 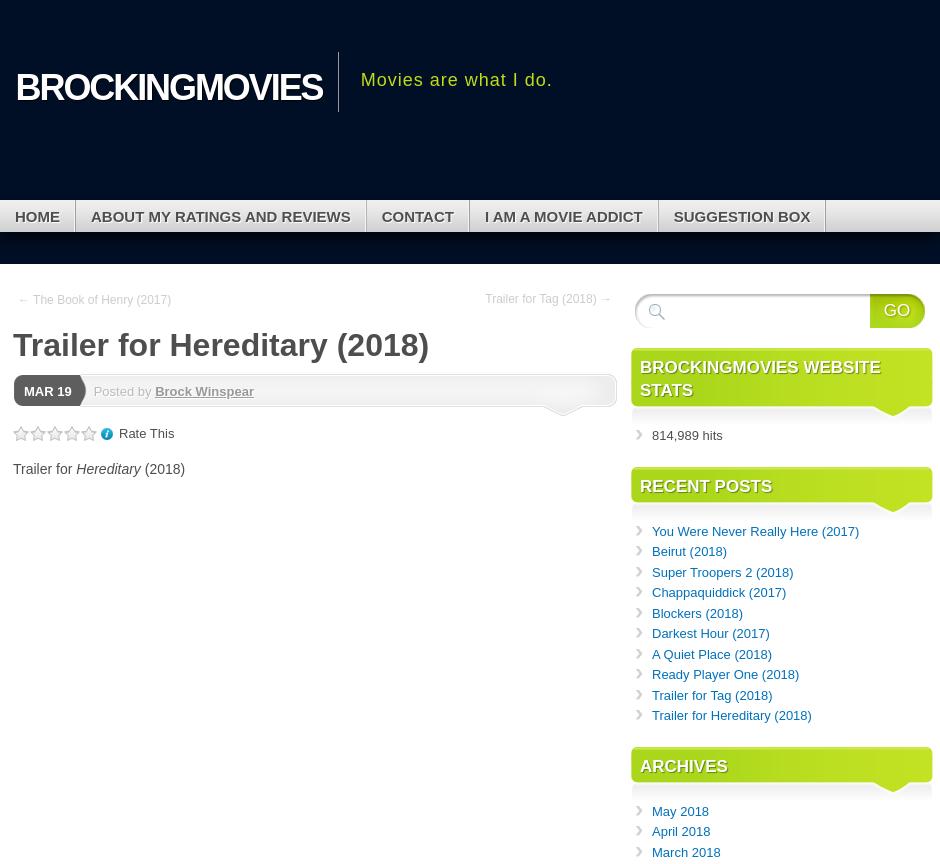 I want to click on 'Hereditary', so click(x=108, y=468).